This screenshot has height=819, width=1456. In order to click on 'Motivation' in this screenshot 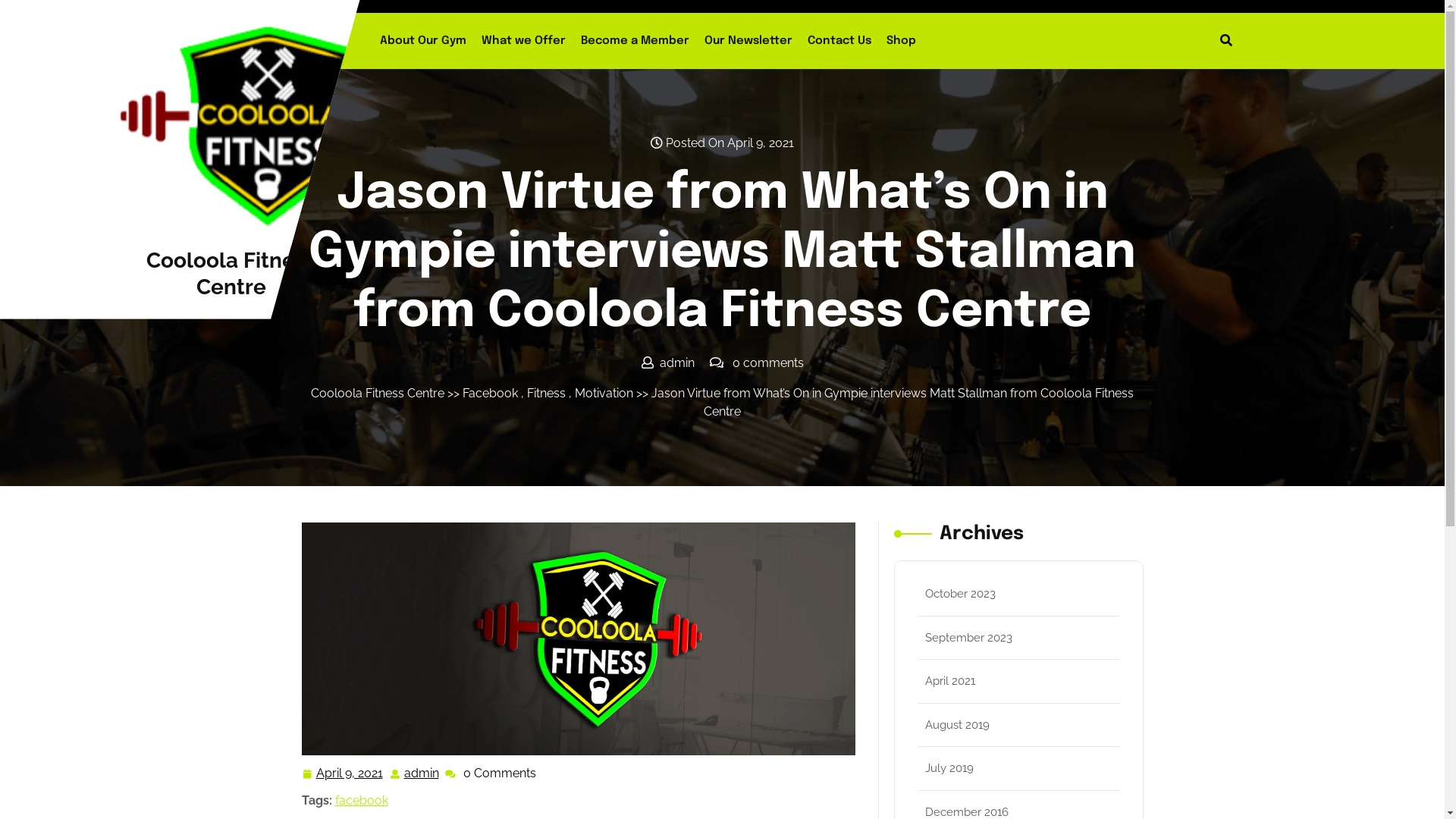, I will do `click(574, 392)`.